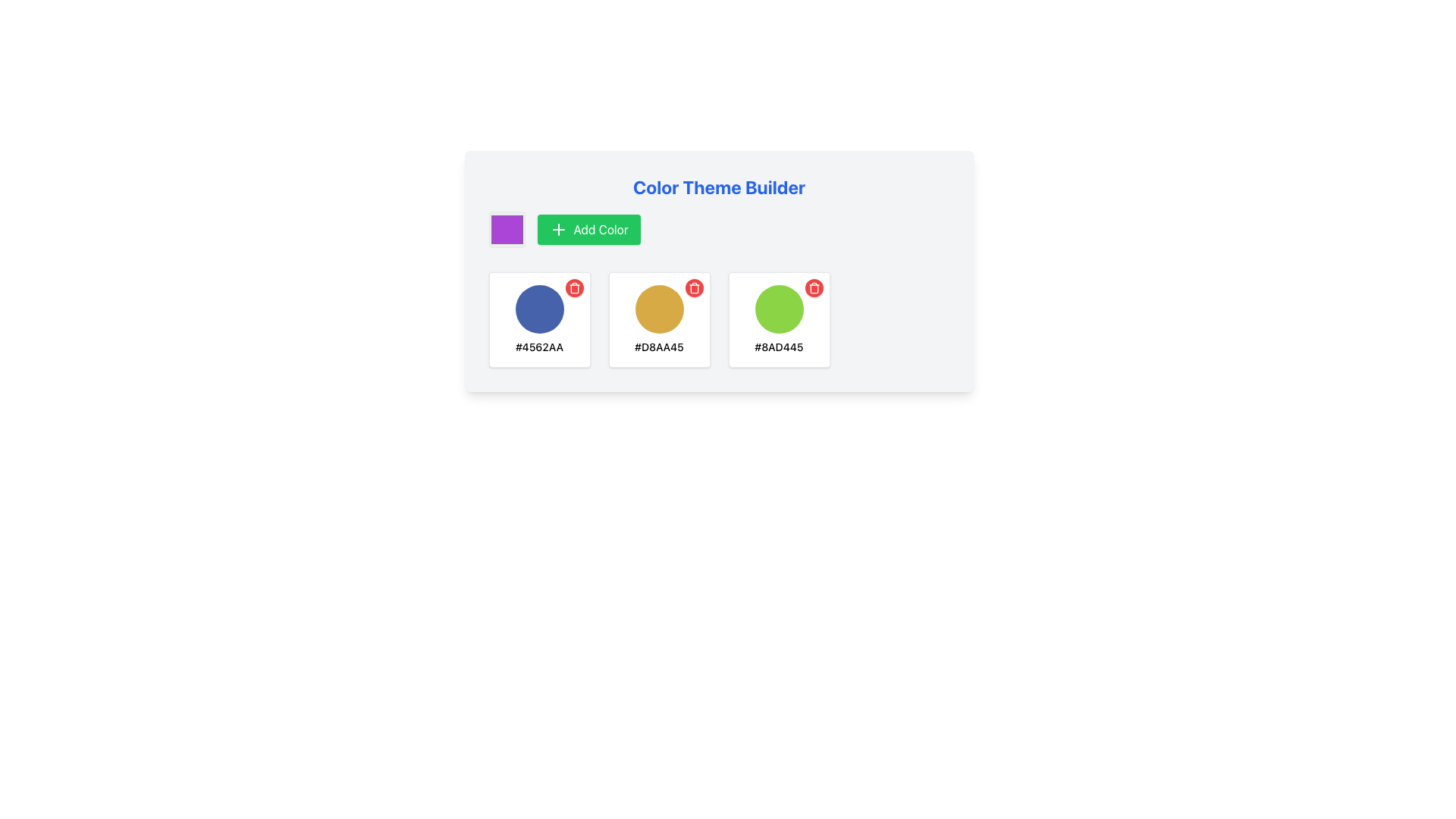 The image size is (1456, 819). What do you see at coordinates (718, 318) in the screenshot?
I see `an item in the Grid layout of the 'Color Theme Builder'` at bounding box center [718, 318].